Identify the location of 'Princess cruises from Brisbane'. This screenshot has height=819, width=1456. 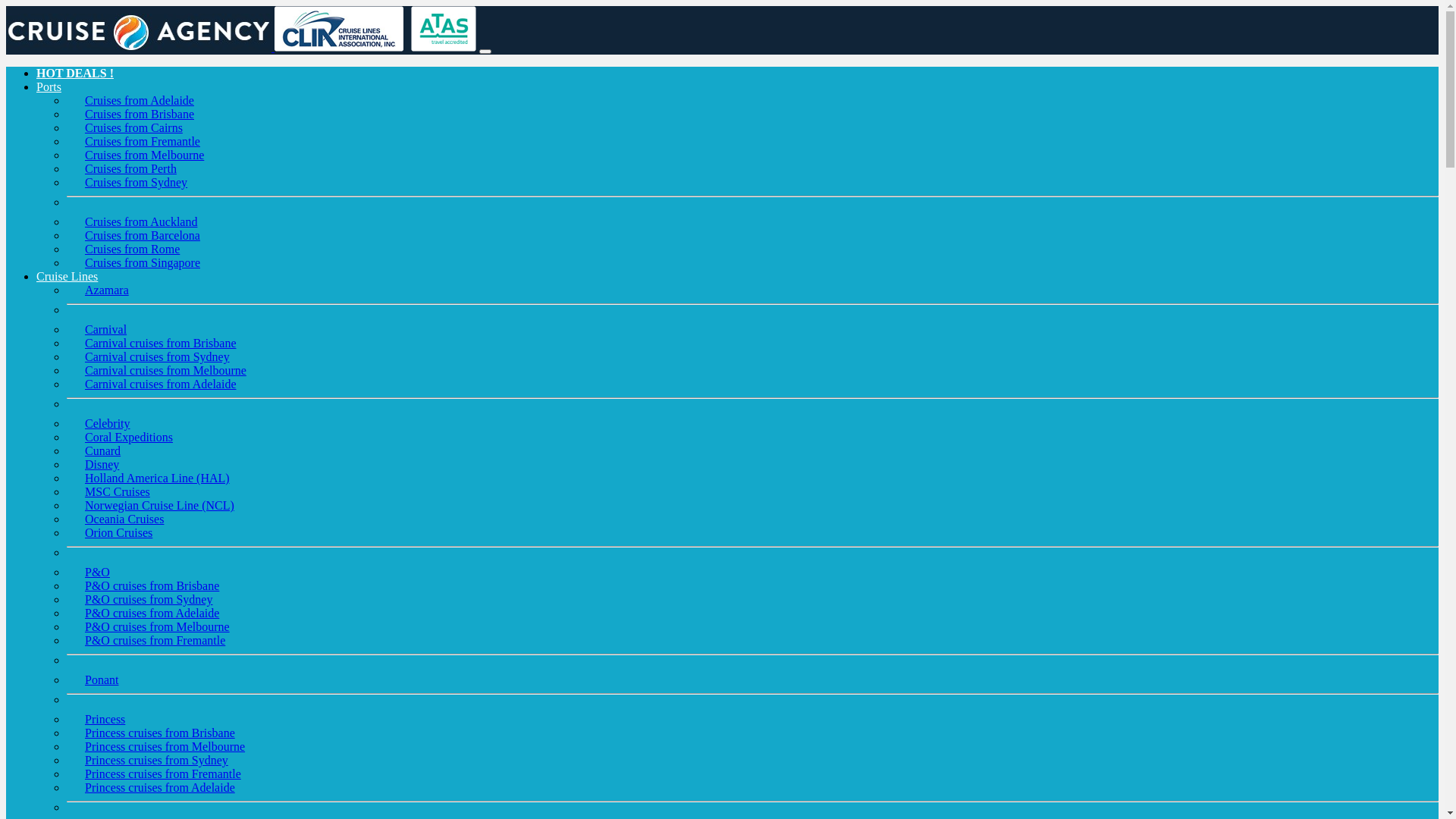
(160, 732).